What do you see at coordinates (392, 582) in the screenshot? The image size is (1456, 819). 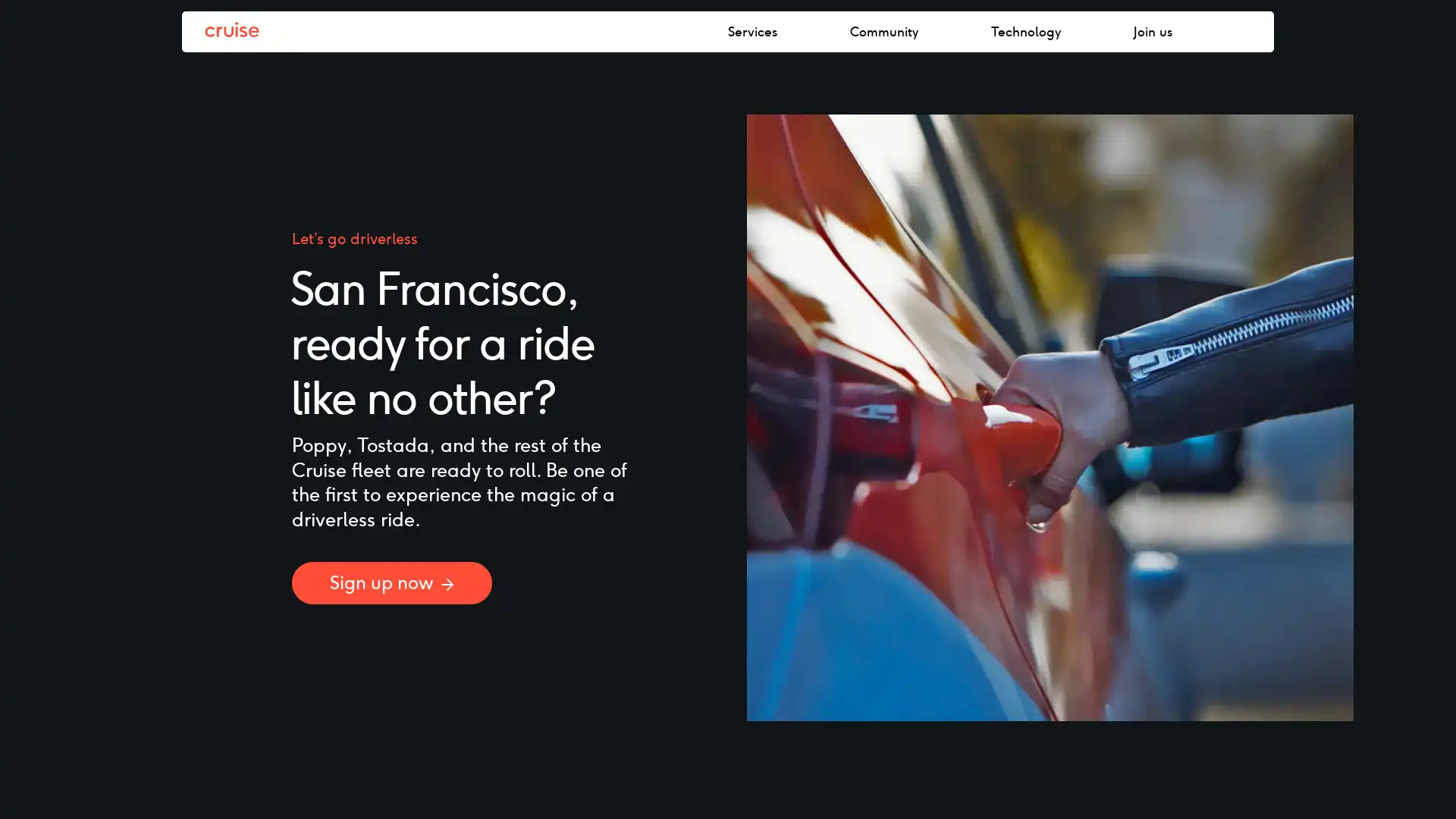 I see `Sign up now` at bounding box center [392, 582].